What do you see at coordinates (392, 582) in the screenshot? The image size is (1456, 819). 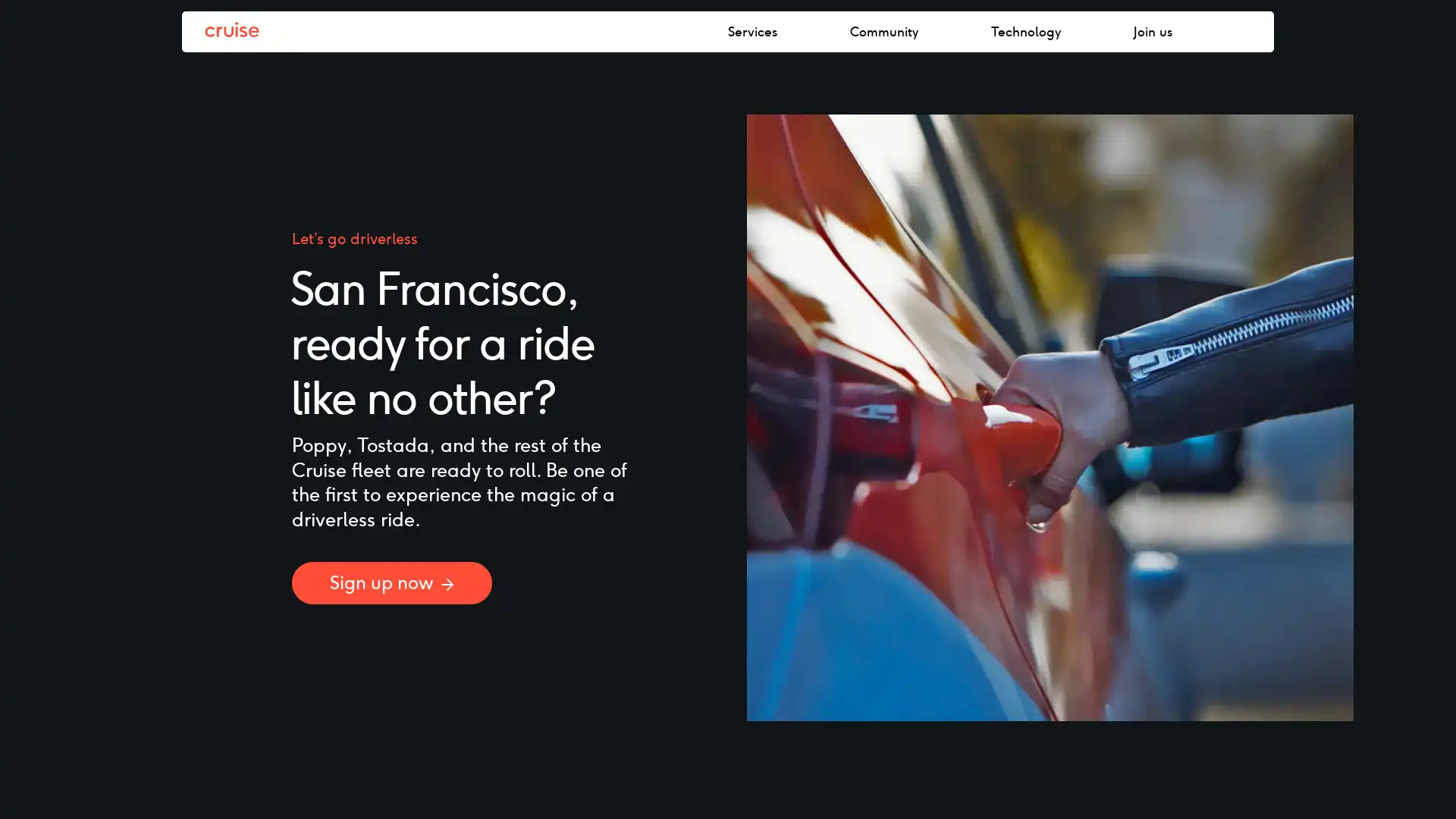 I see `Sign up now` at bounding box center [392, 582].